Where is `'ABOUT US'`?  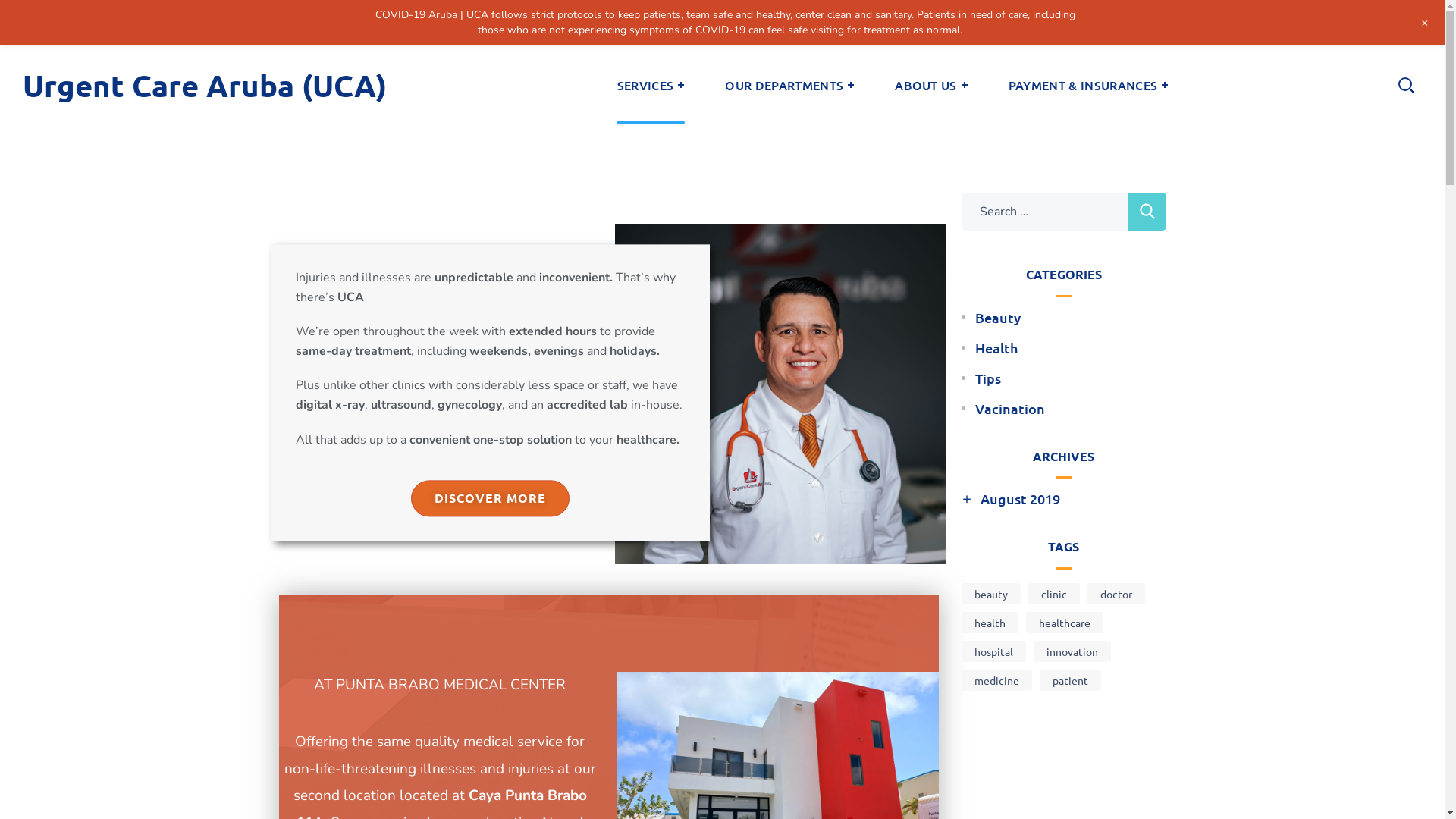 'ABOUT US' is located at coordinates (874, 84).